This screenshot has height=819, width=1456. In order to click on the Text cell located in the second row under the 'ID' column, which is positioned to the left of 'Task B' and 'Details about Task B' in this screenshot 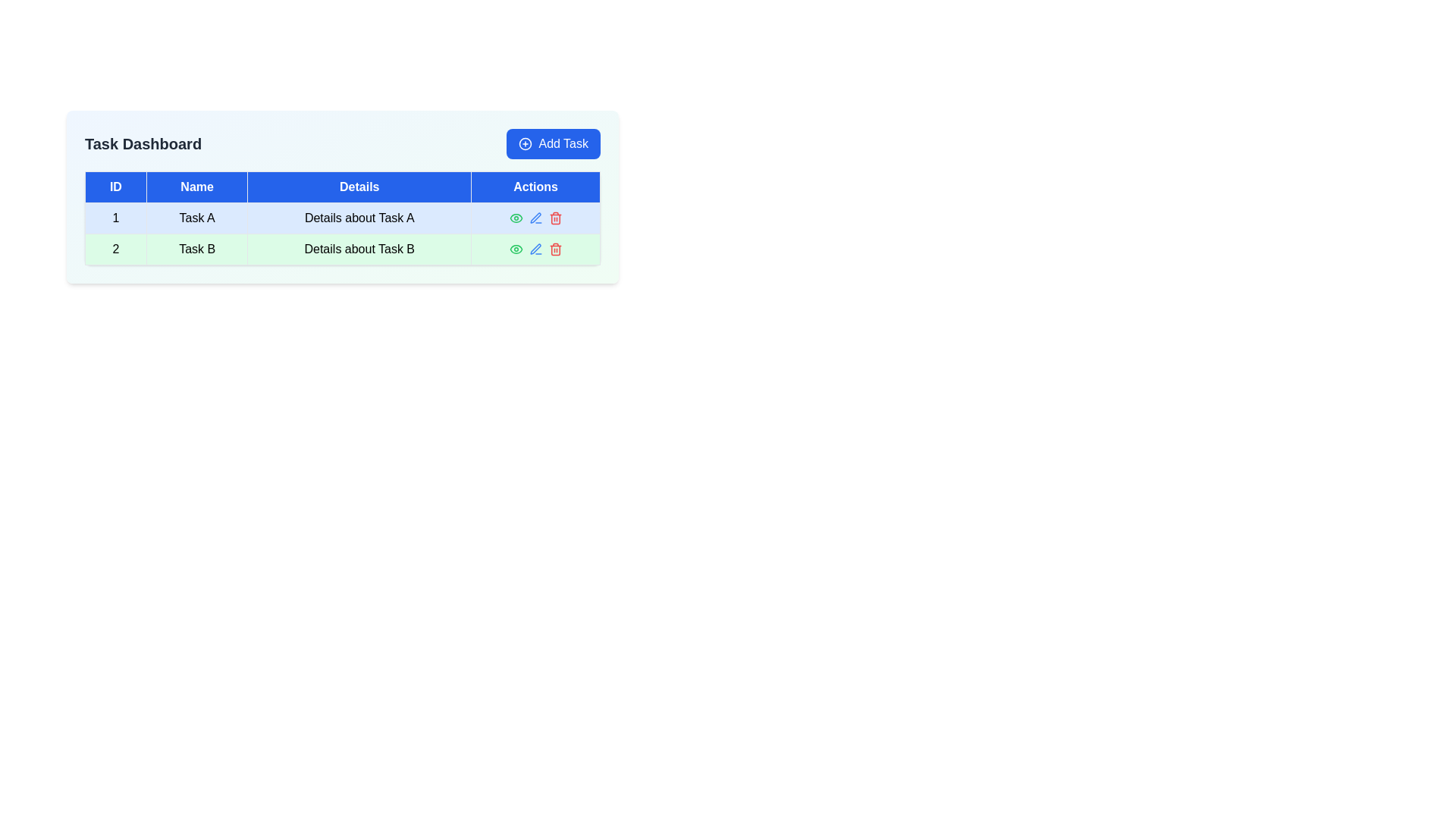, I will do `click(115, 248)`.